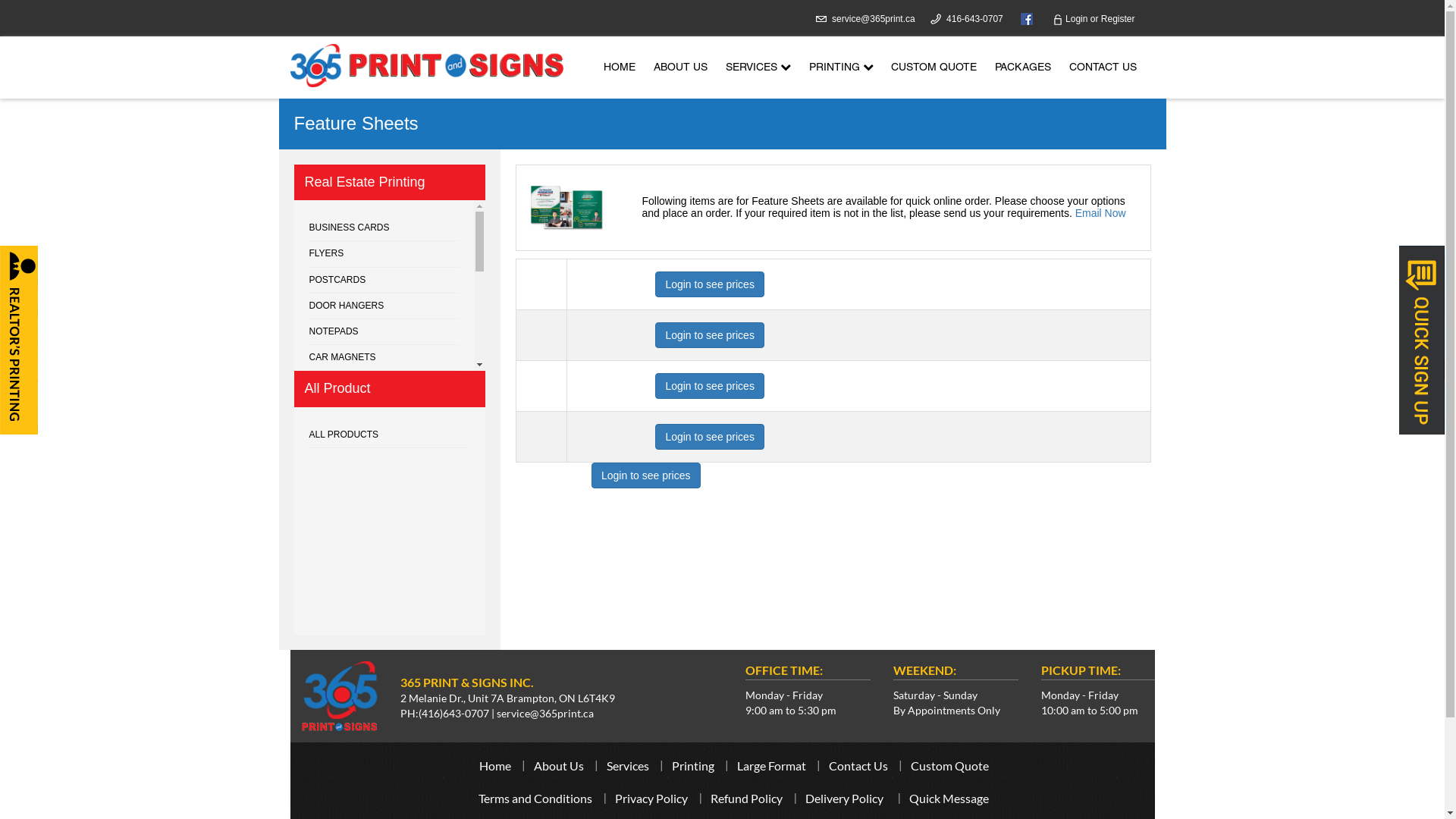 The height and width of the screenshot is (819, 1456). What do you see at coordinates (692, 765) in the screenshot?
I see `'Printing'` at bounding box center [692, 765].